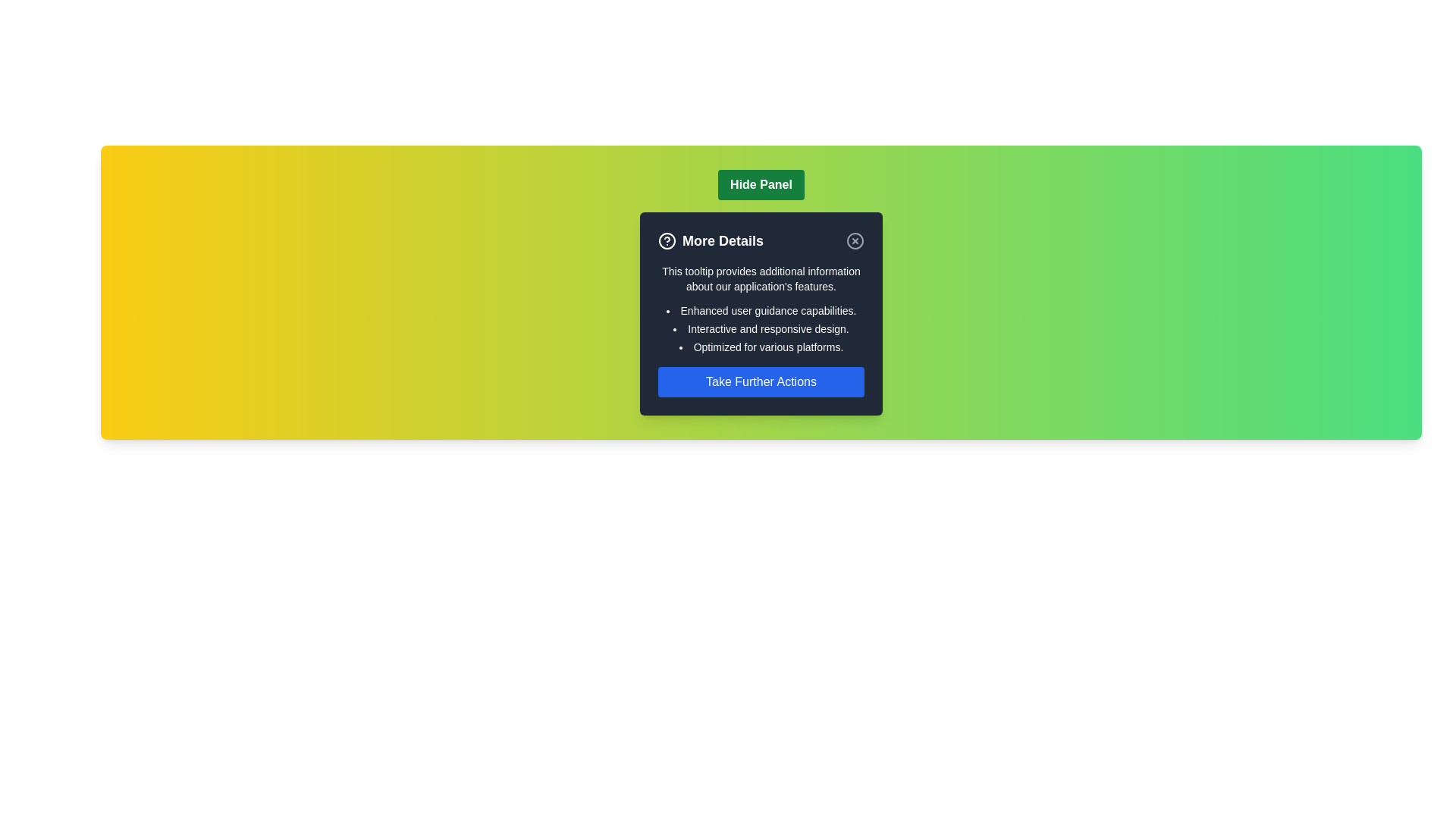 The height and width of the screenshot is (819, 1456). I want to click on the Decorative SVG Circle located in the top-right corner of the 'More Details' modal, which enhances the close button's design, so click(855, 240).